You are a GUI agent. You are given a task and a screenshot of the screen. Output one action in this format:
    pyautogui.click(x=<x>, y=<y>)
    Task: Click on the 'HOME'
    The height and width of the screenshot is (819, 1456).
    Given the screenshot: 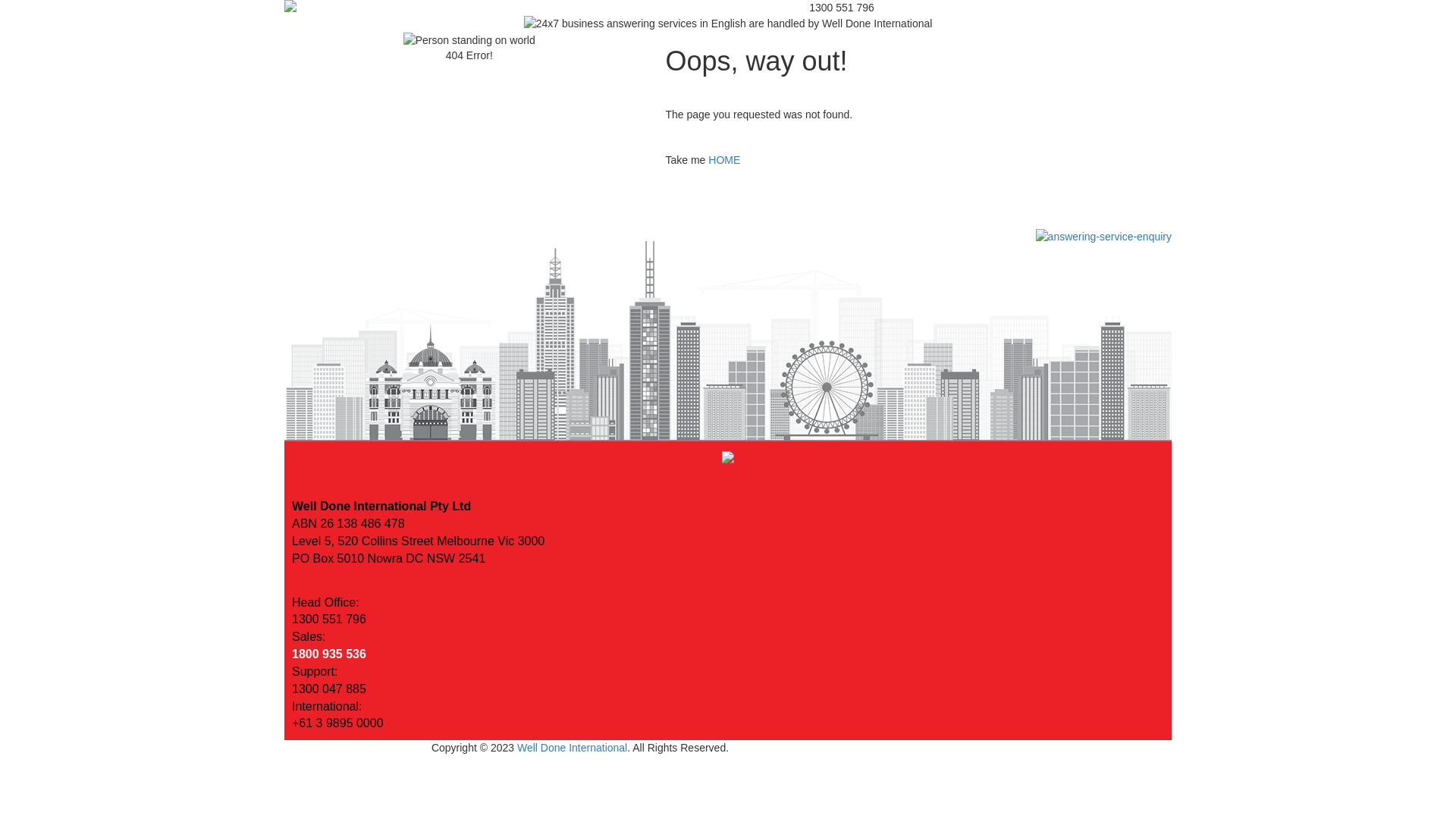 What is the action you would take?
    pyautogui.click(x=723, y=160)
    